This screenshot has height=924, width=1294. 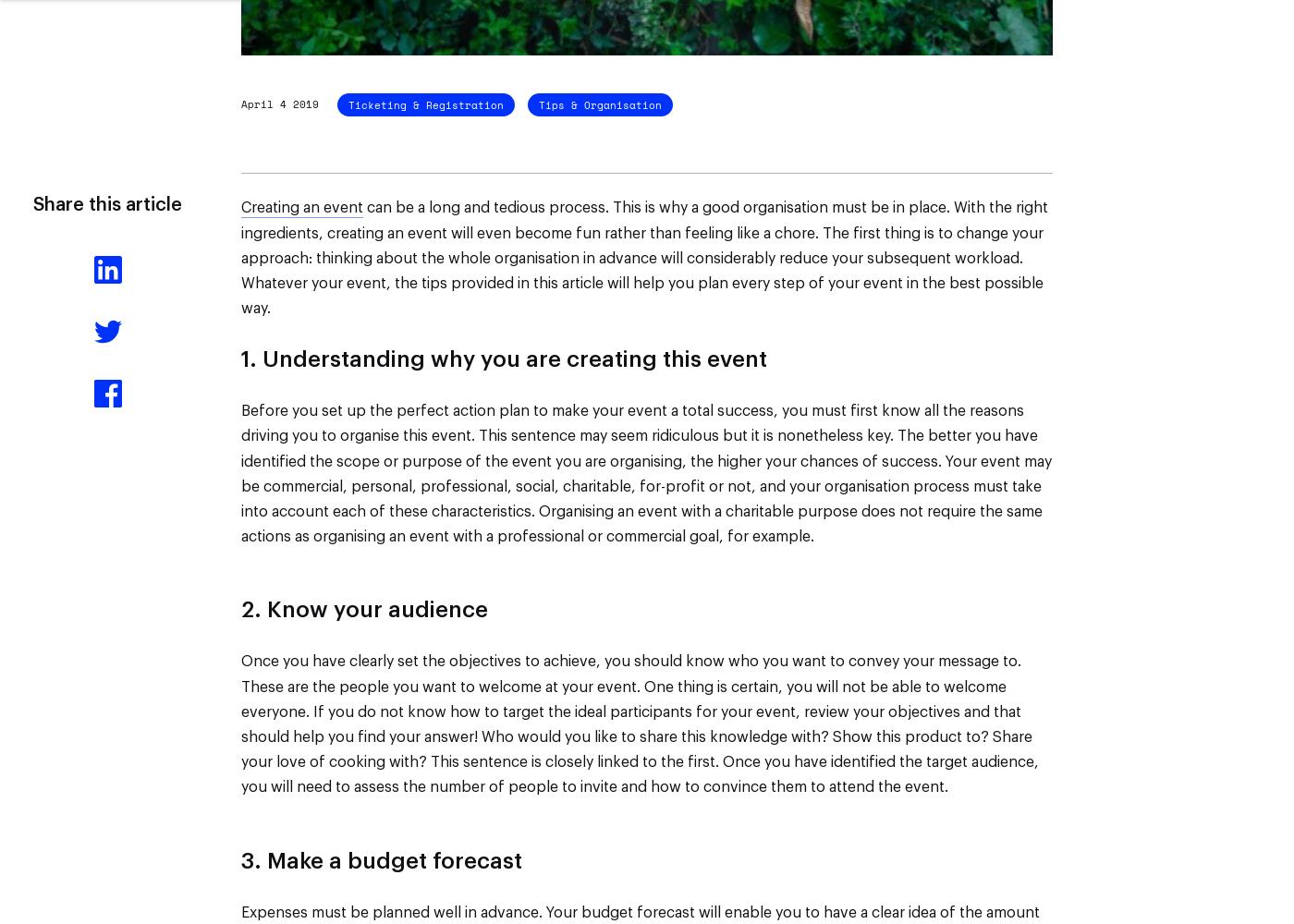 I want to click on '3. Make a budget forecast', so click(x=382, y=861).